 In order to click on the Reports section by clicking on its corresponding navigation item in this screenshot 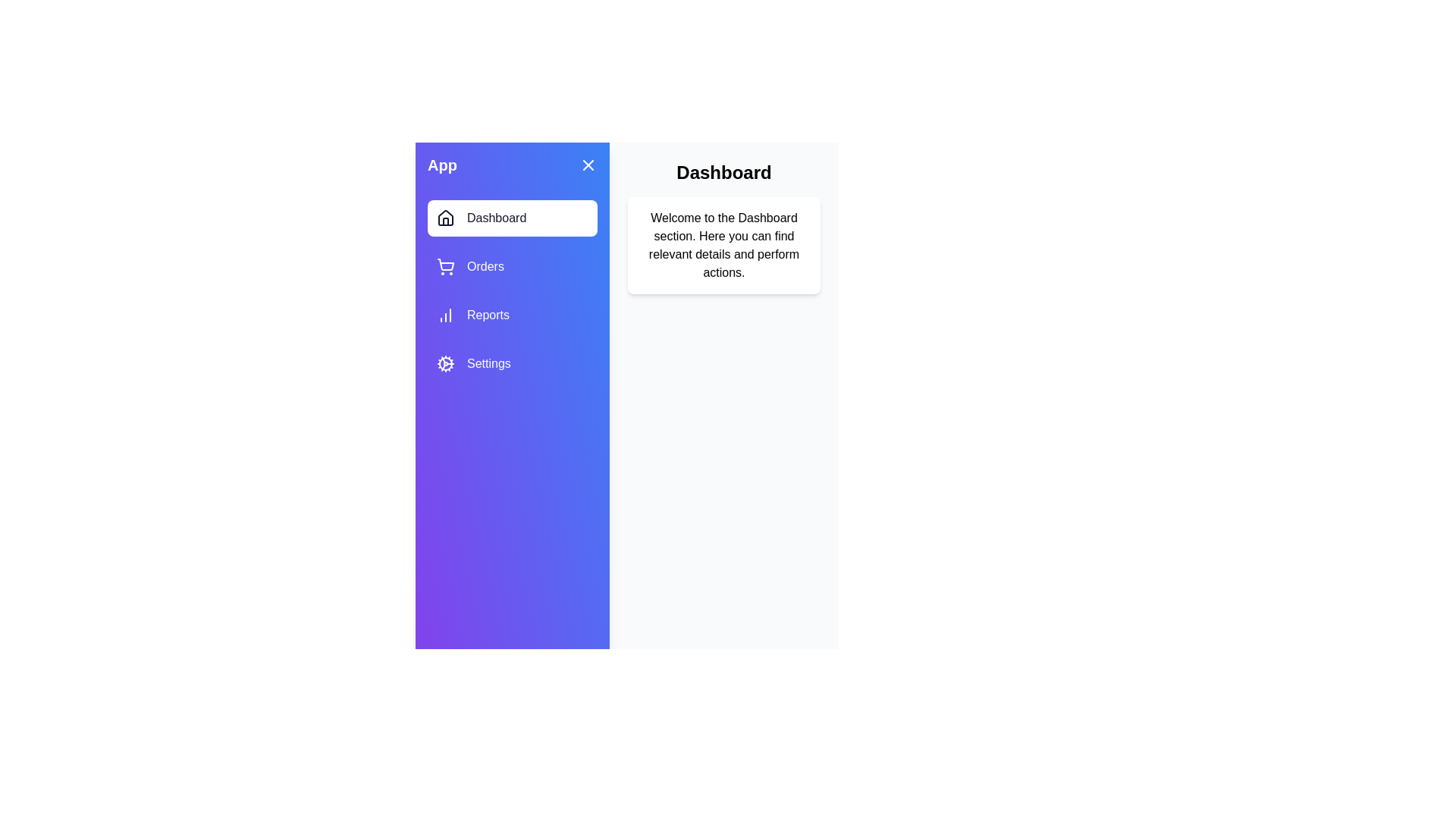, I will do `click(513, 315)`.